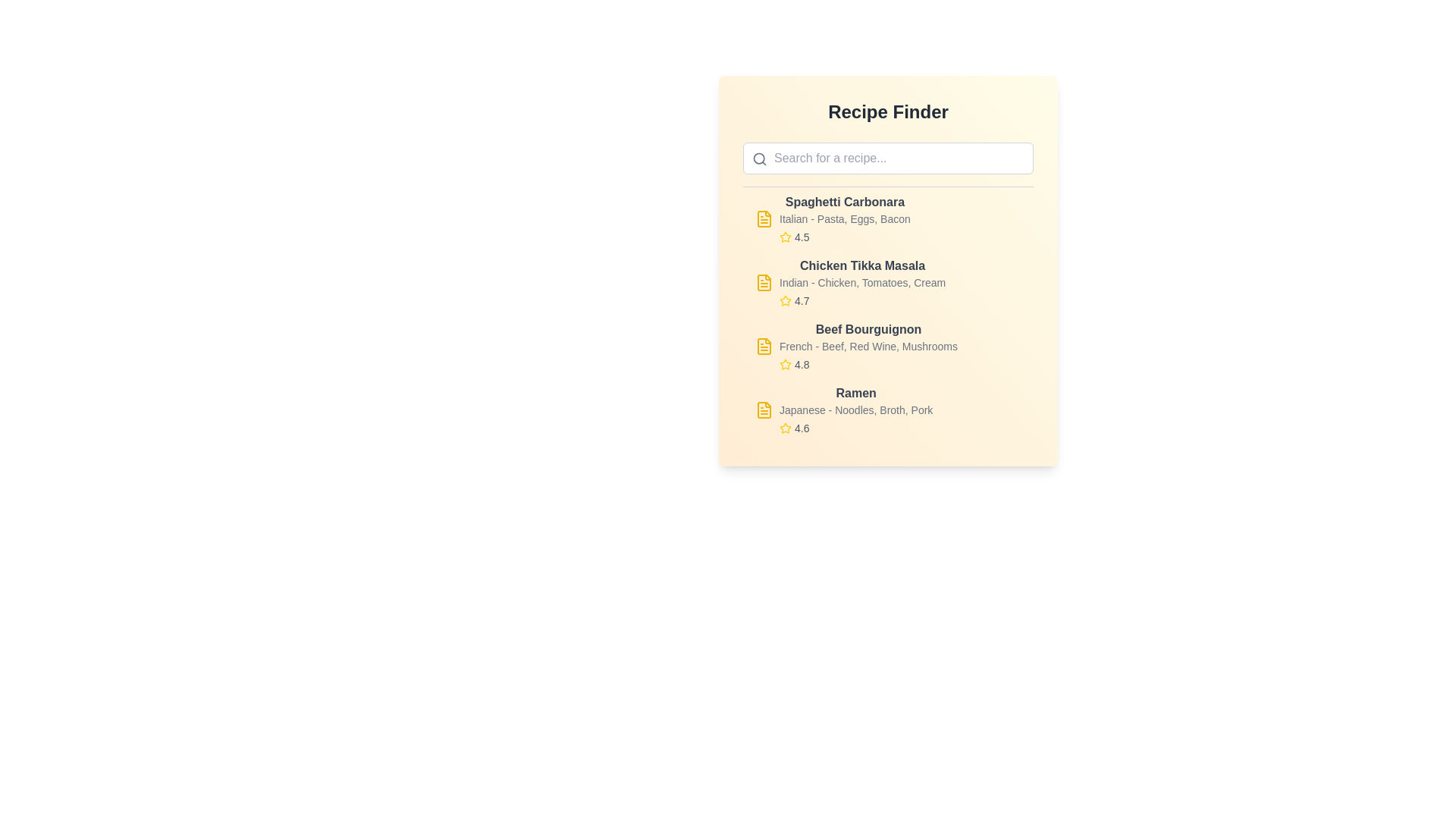 The image size is (1456, 819). I want to click on the text block displaying the recipe 'Beef Bourguignon' to emphasize it, so click(868, 346).